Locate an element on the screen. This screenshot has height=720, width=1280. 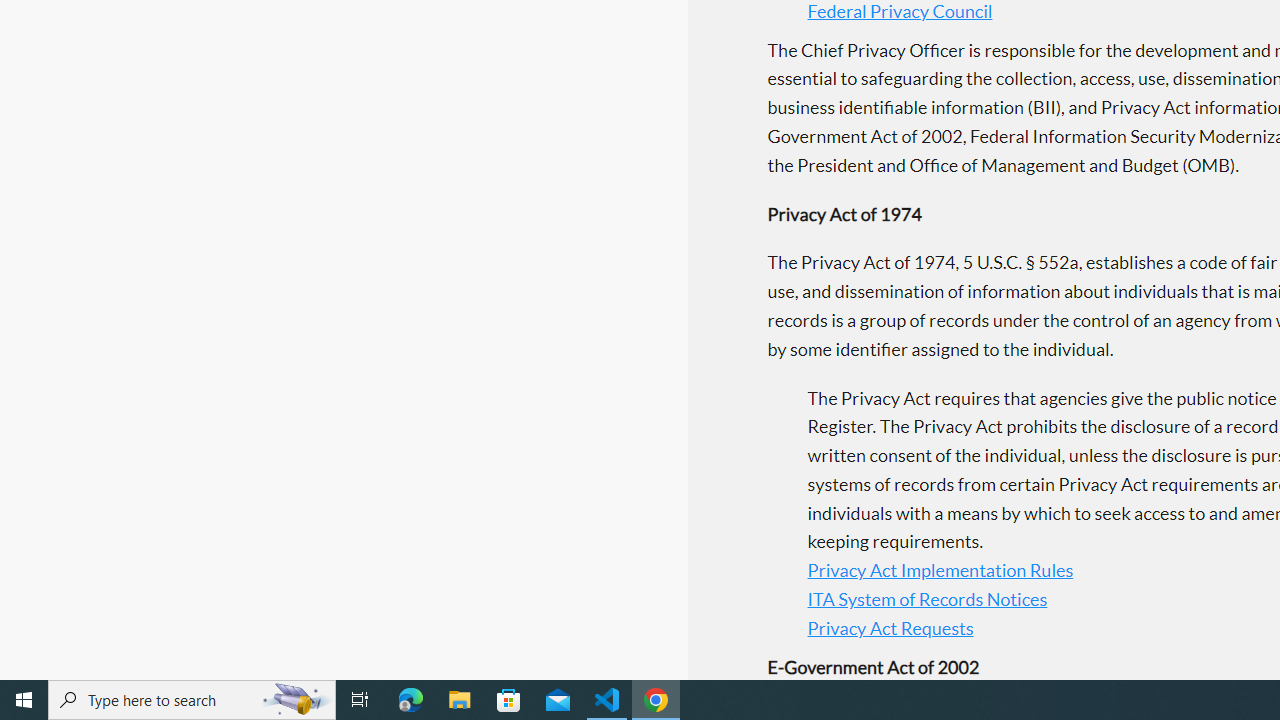
'Privacy Act Requests' is located at coordinates (889, 626).